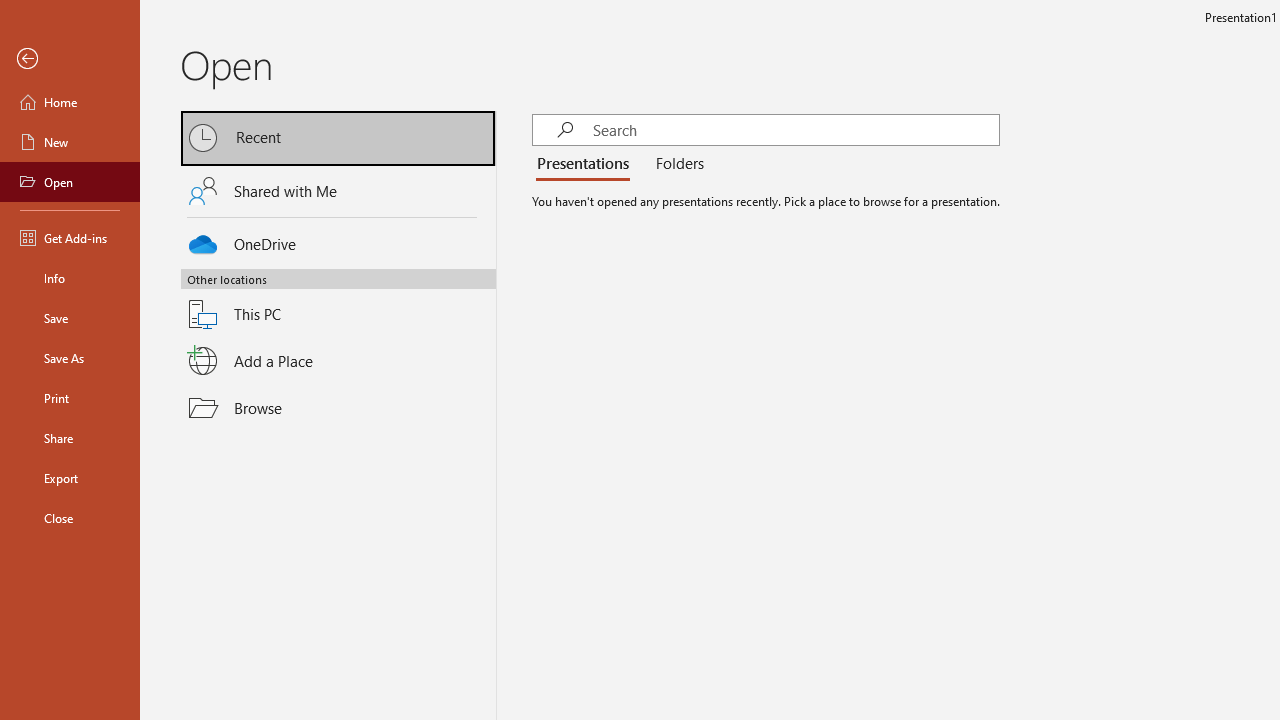 Image resolution: width=1280 pixels, height=720 pixels. What do you see at coordinates (338, 302) in the screenshot?
I see `'This PC'` at bounding box center [338, 302].